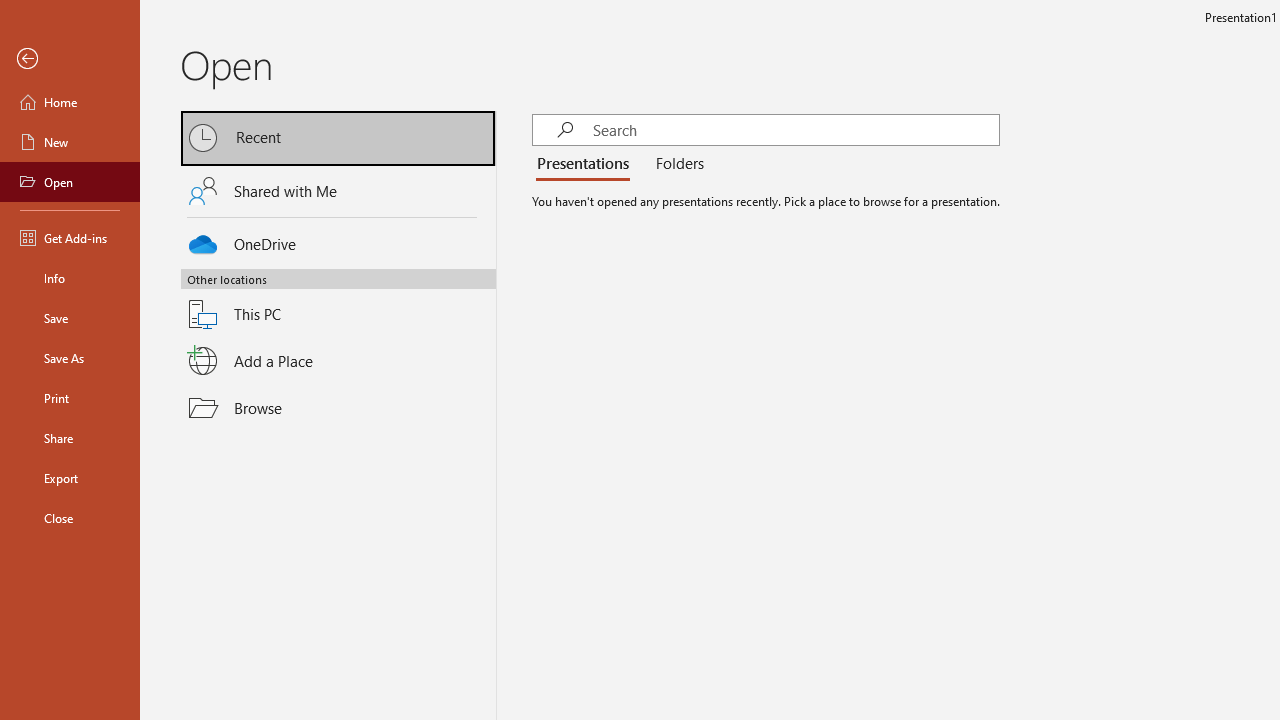 Image resolution: width=1280 pixels, height=720 pixels. What do you see at coordinates (338, 302) in the screenshot?
I see `'This PC'` at bounding box center [338, 302].